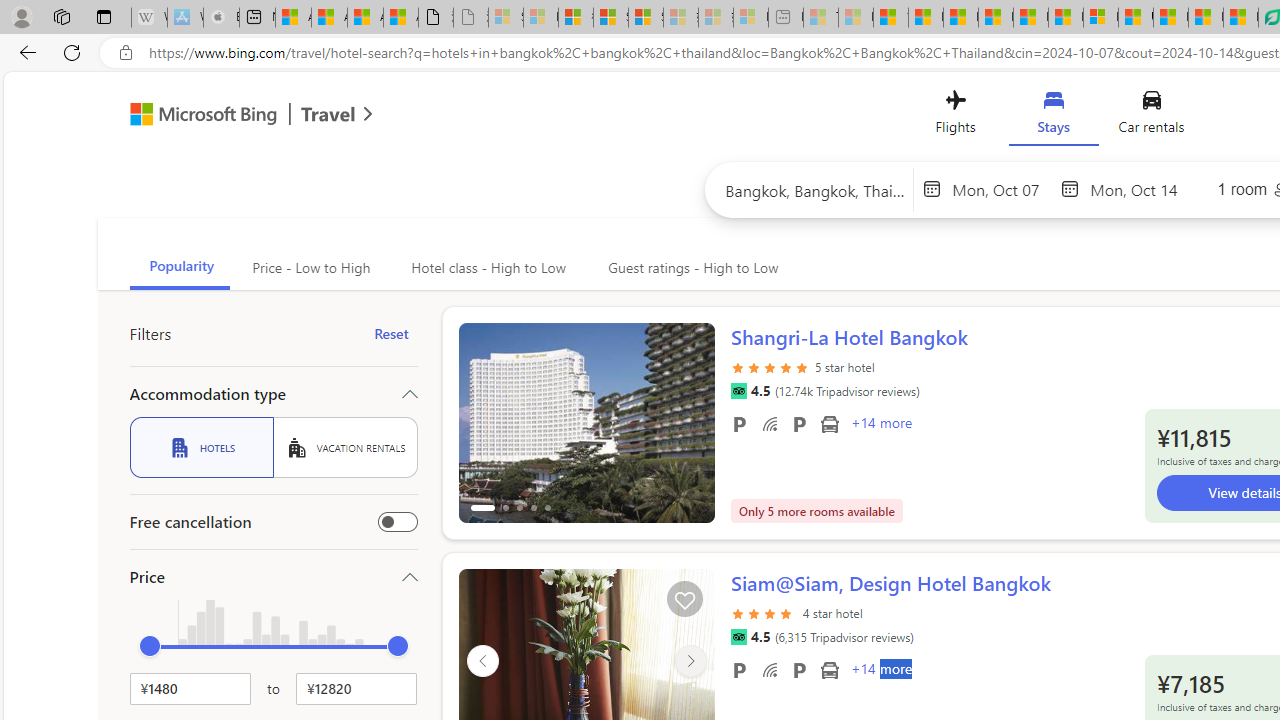  What do you see at coordinates (880, 671) in the screenshot?
I see `'+14 More Amenities'` at bounding box center [880, 671].